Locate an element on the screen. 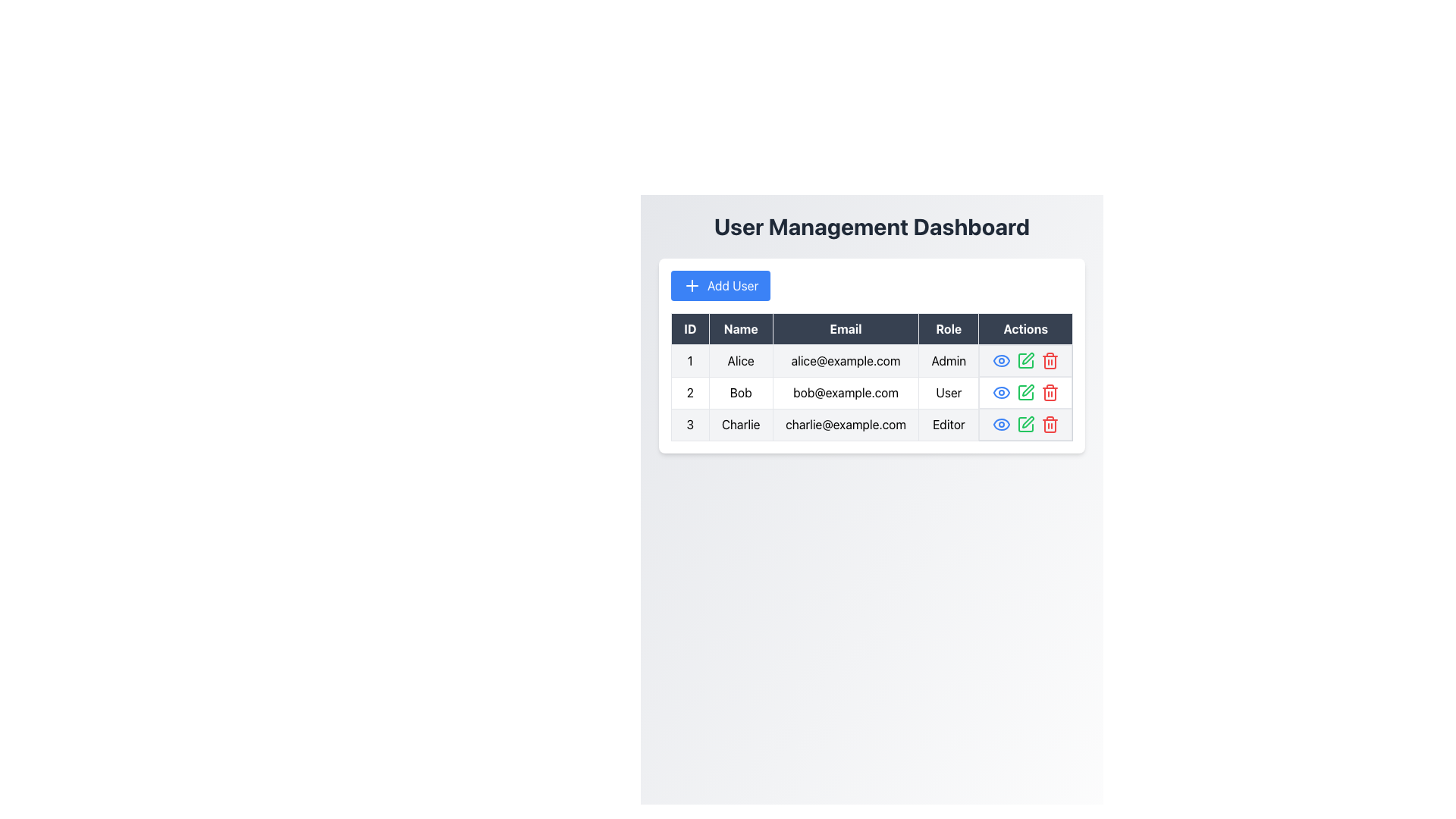 The height and width of the screenshot is (819, 1456). the third row of the user table, which contains the user's ID, name, email, role, and actions is located at coordinates (872, 424).